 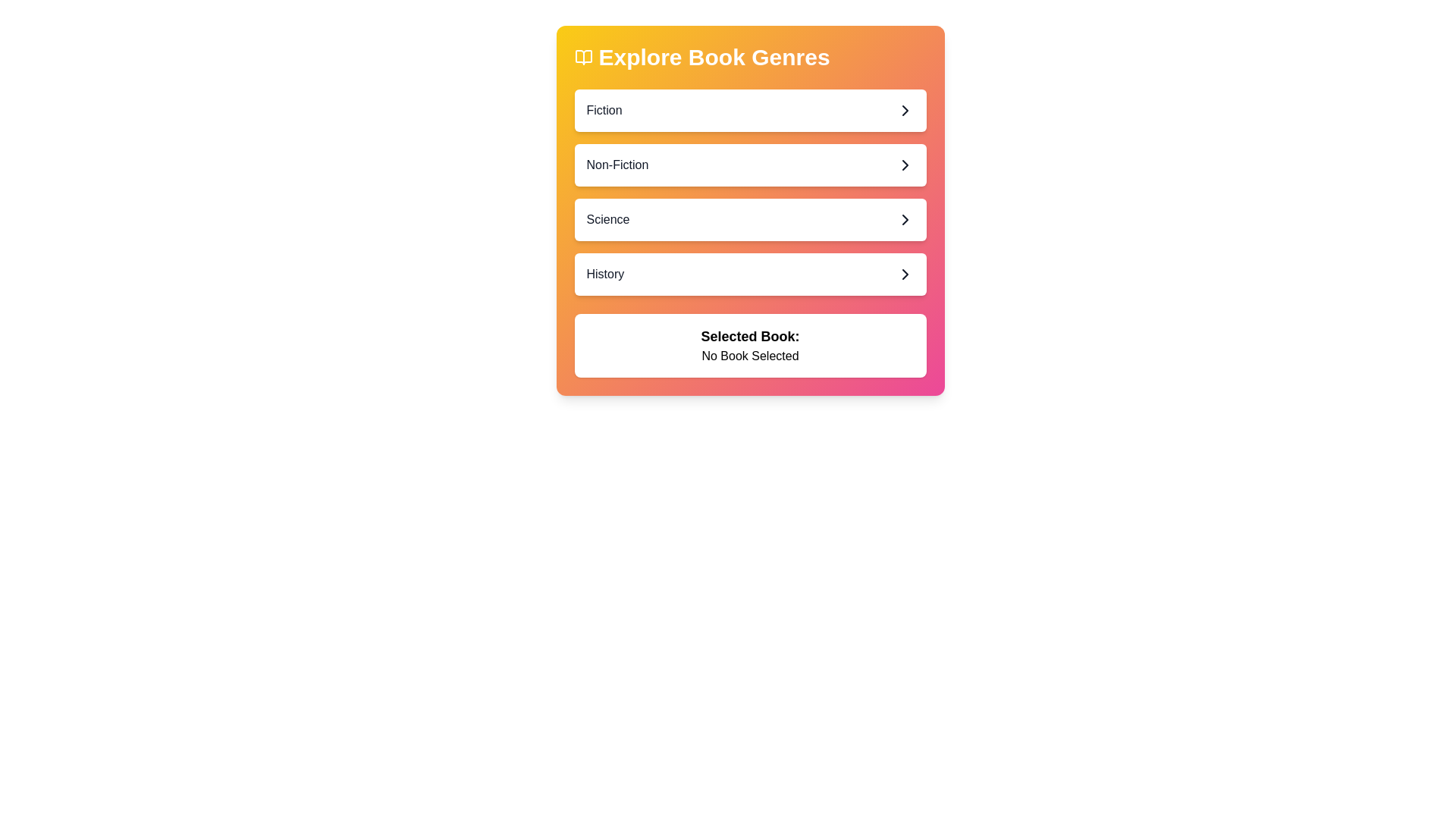 I want to click on the rightward-facing chevron icon indicating navigation within the 'Fiction' option in the 'Explore Book Genres' section, so click(x=905, y=110).